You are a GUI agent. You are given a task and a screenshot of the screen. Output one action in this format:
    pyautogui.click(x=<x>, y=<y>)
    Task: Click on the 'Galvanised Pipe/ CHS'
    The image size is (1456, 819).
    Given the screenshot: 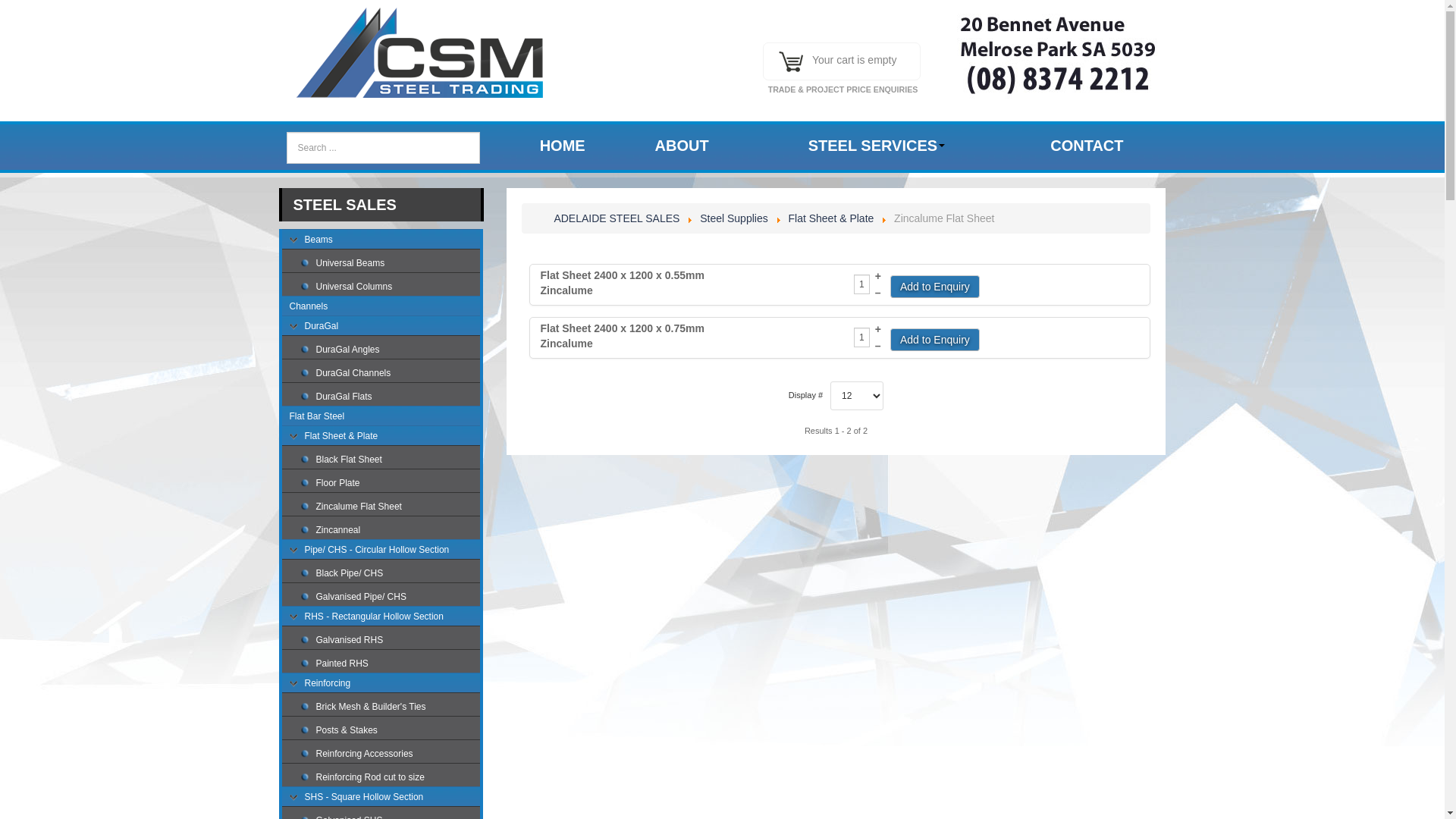 What is the action you would take?
    pyautogui.click(x=390, y=598)
    